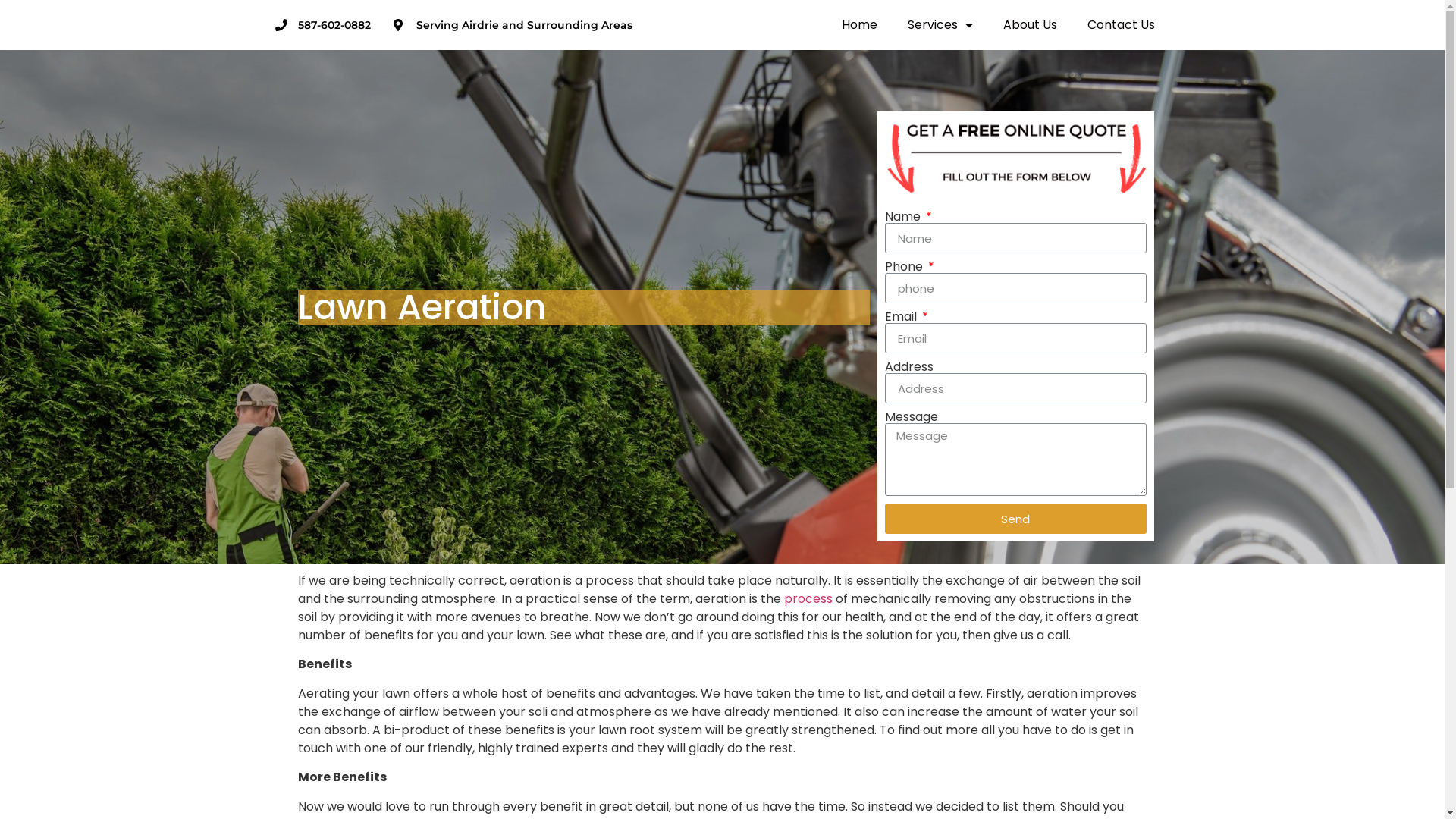 The image size is (1456, 819). I want to click on 'Contact Us', so click(1121, 25).